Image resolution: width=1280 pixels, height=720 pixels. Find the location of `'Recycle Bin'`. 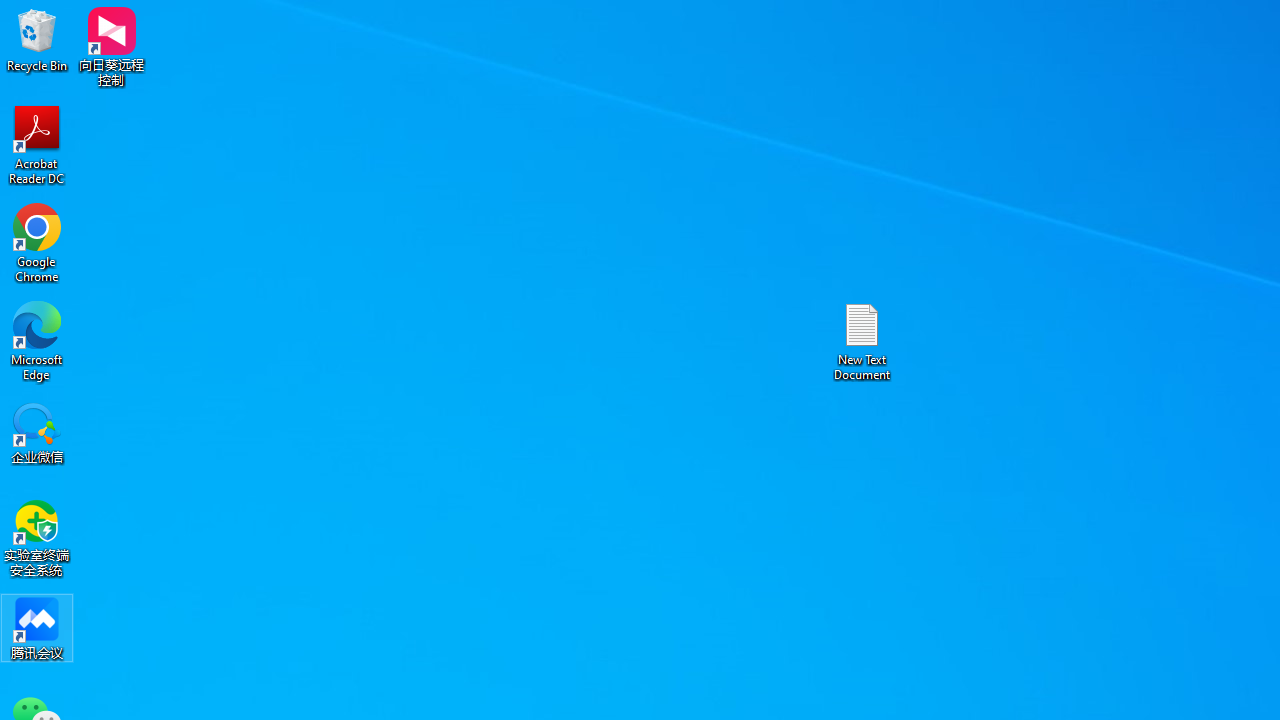

'Recycle Bin' is located at coordinates (37, 39).